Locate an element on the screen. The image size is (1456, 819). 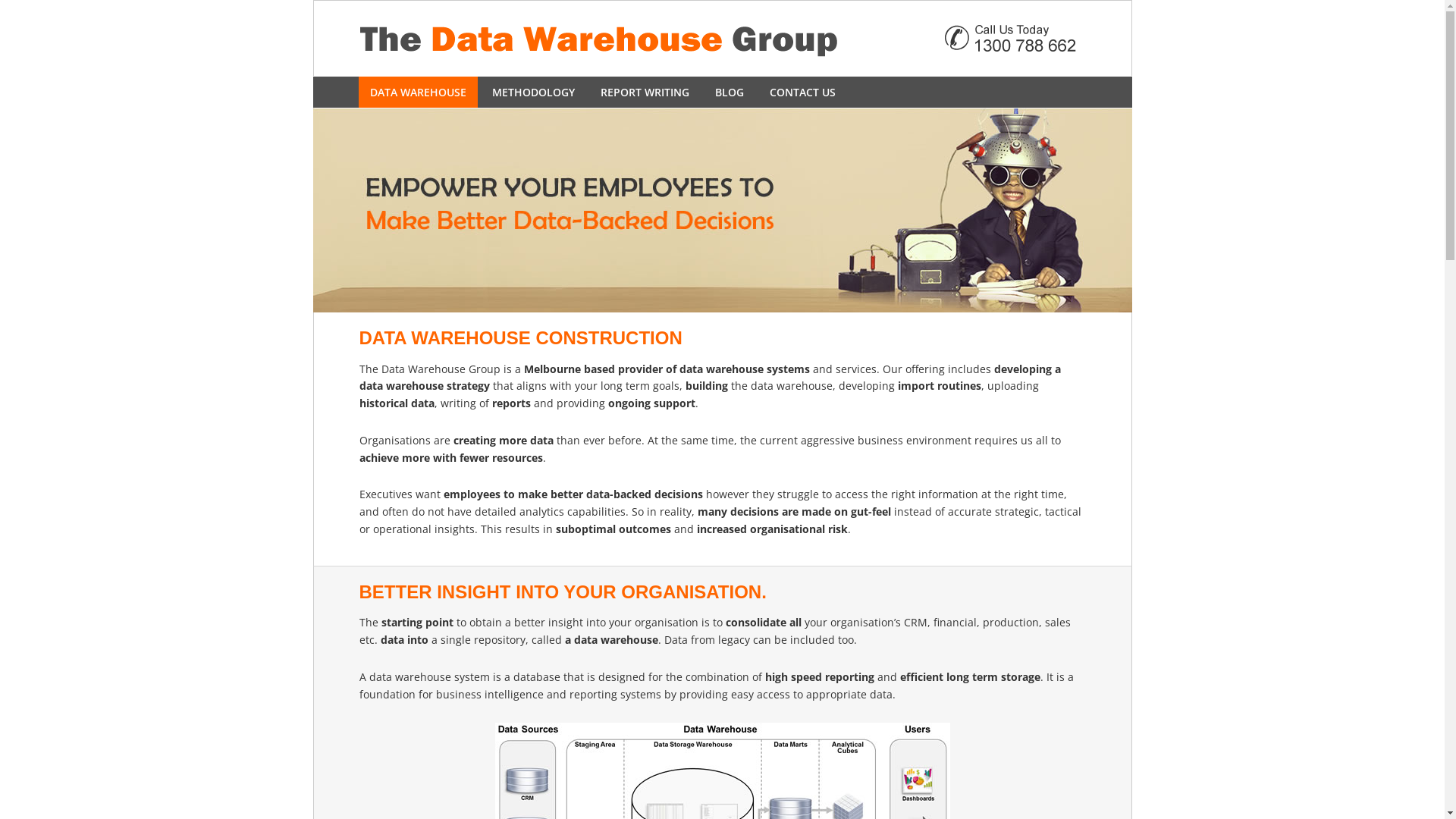
'METHODOLOGY' is located at coordinates (533, 92).